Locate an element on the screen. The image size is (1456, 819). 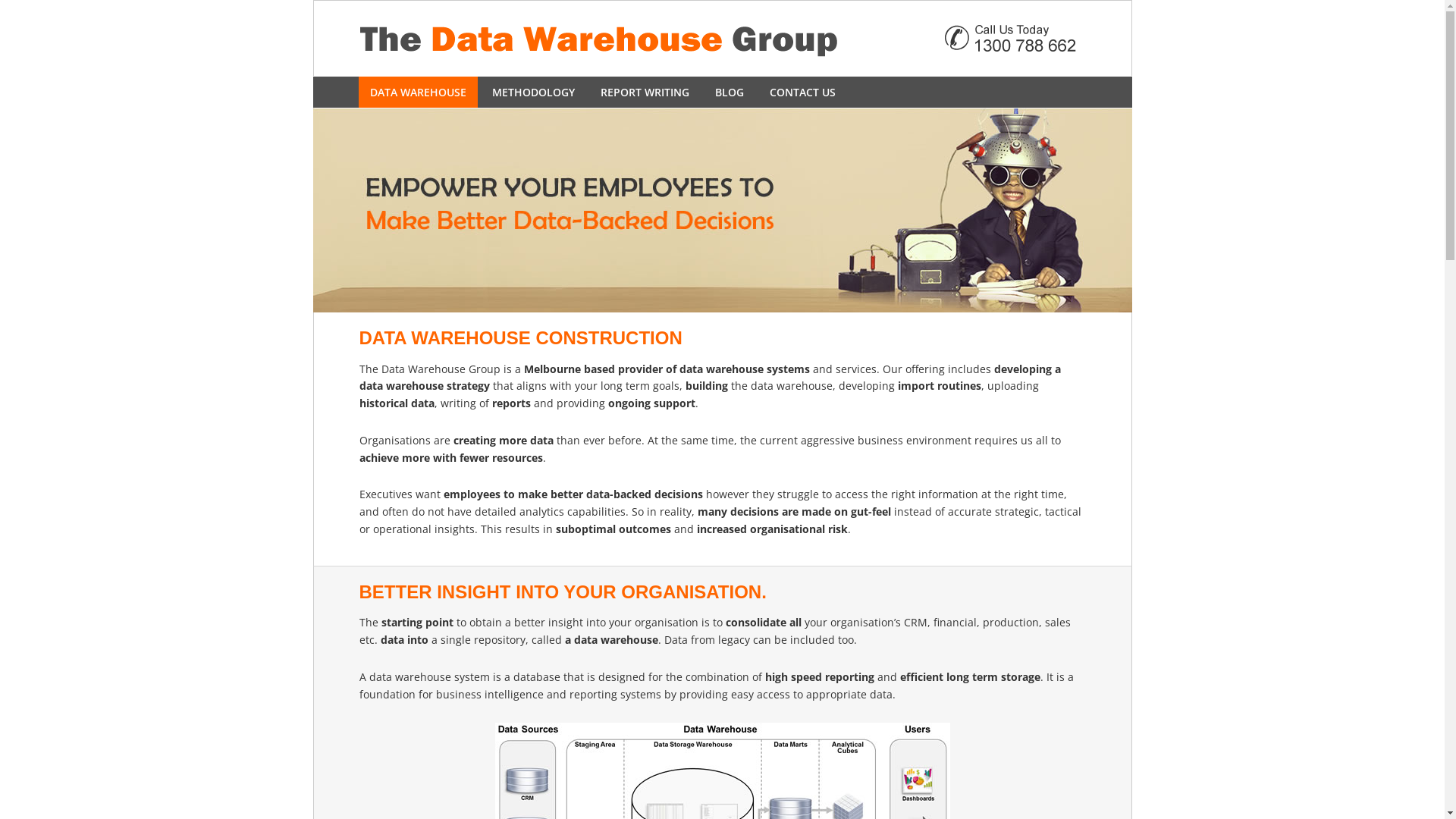
'METHODOLOGY' is located at coordinates (533, 92).